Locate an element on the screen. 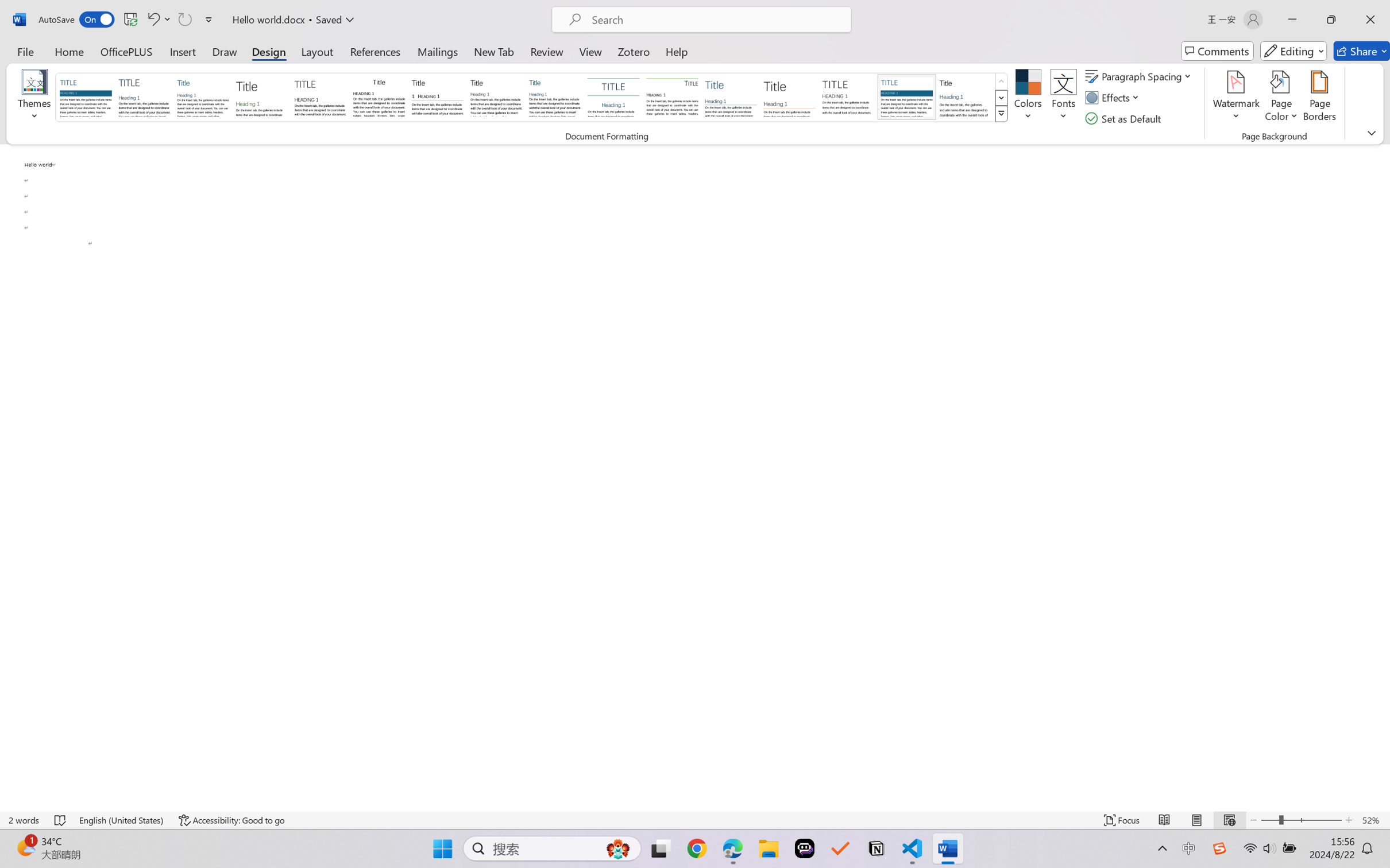 The height and width of the screenshot is (868, 1390). 'Row Down' is located at coordinates (1001, 98).